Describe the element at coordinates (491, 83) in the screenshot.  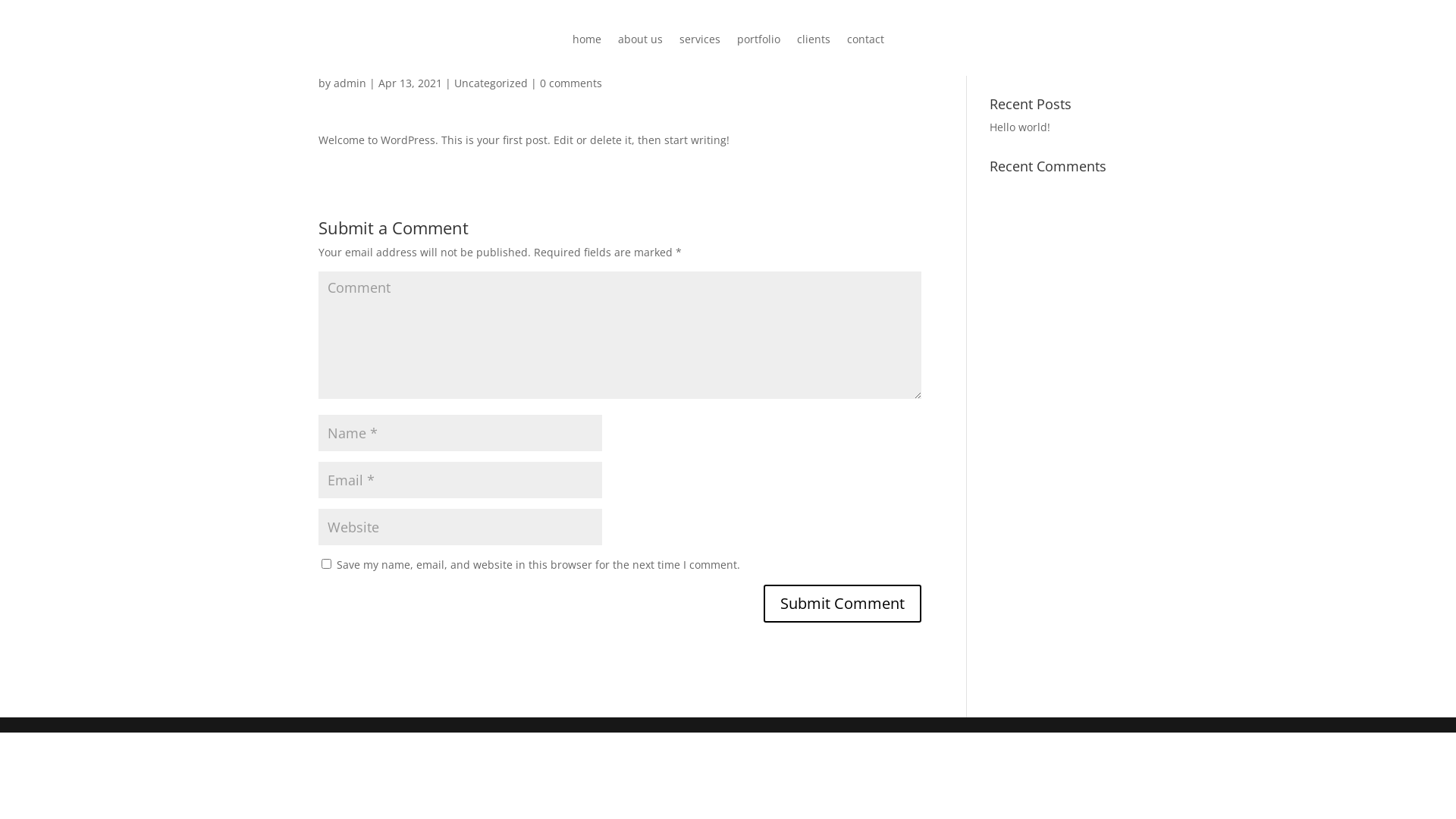
I see `'Uncategorized'` at that location.